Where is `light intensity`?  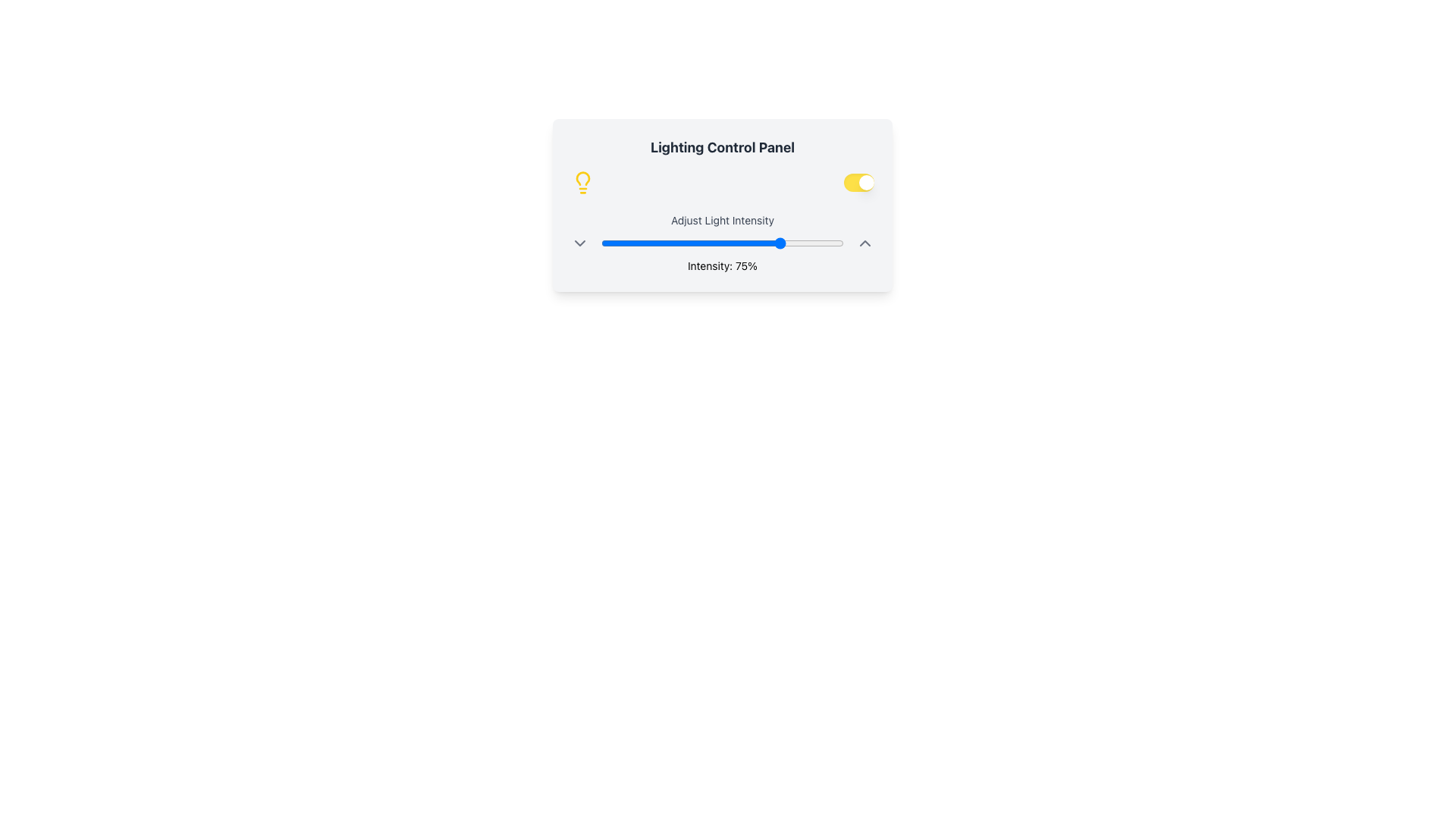 light intensity is located at coordinates (673, 242).